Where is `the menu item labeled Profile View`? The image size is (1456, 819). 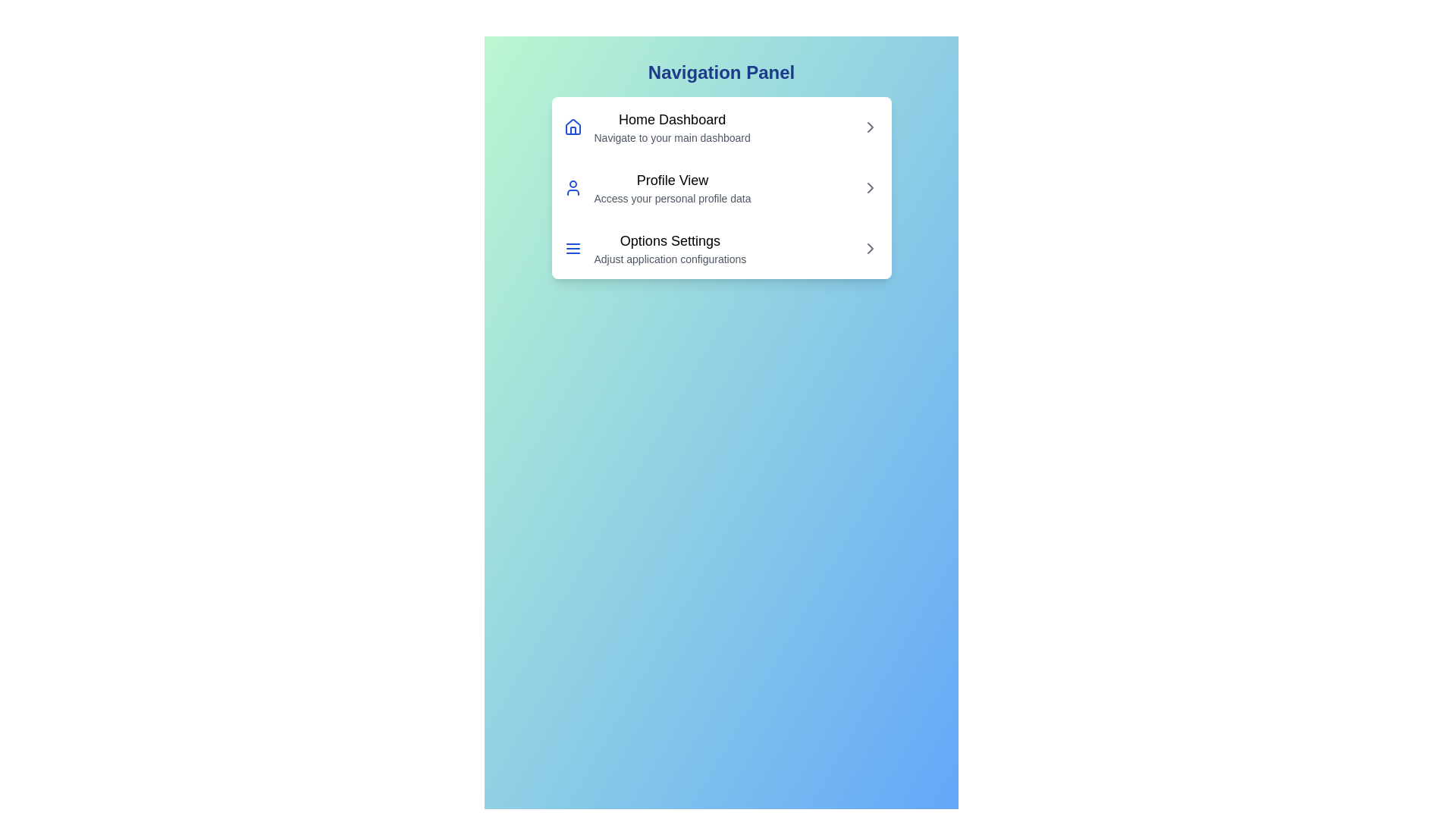
the menu item labeled Profile View is located at coordinates (720, 187).